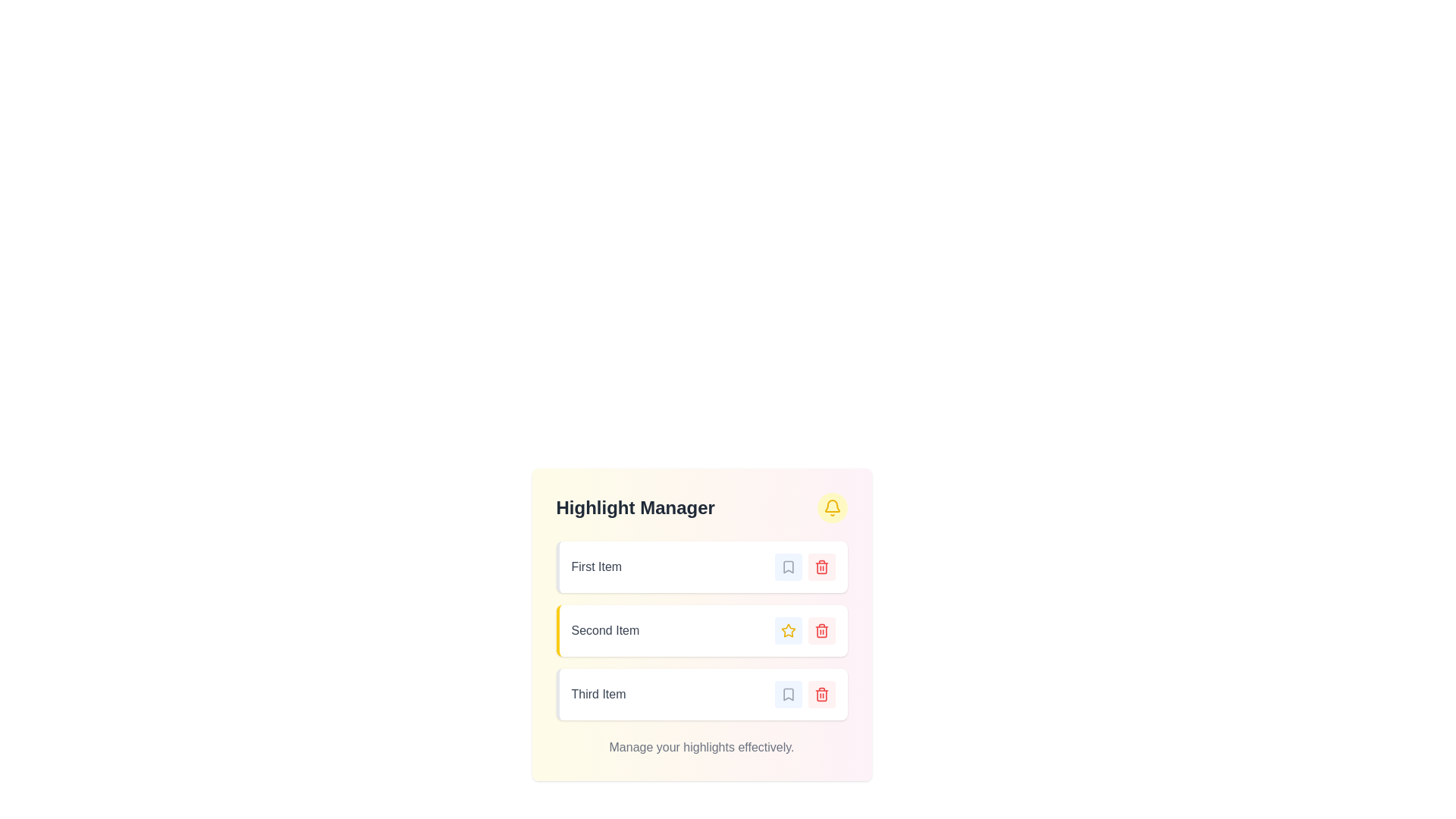 Image resolution: width=1456 pixels, height=819 pixels. Describe the element at coordinates (821, 567) in the screenshot. I see `the delete button located in the top-right corner of the 'First Item' block in the Highlight Manager interface` at that location.